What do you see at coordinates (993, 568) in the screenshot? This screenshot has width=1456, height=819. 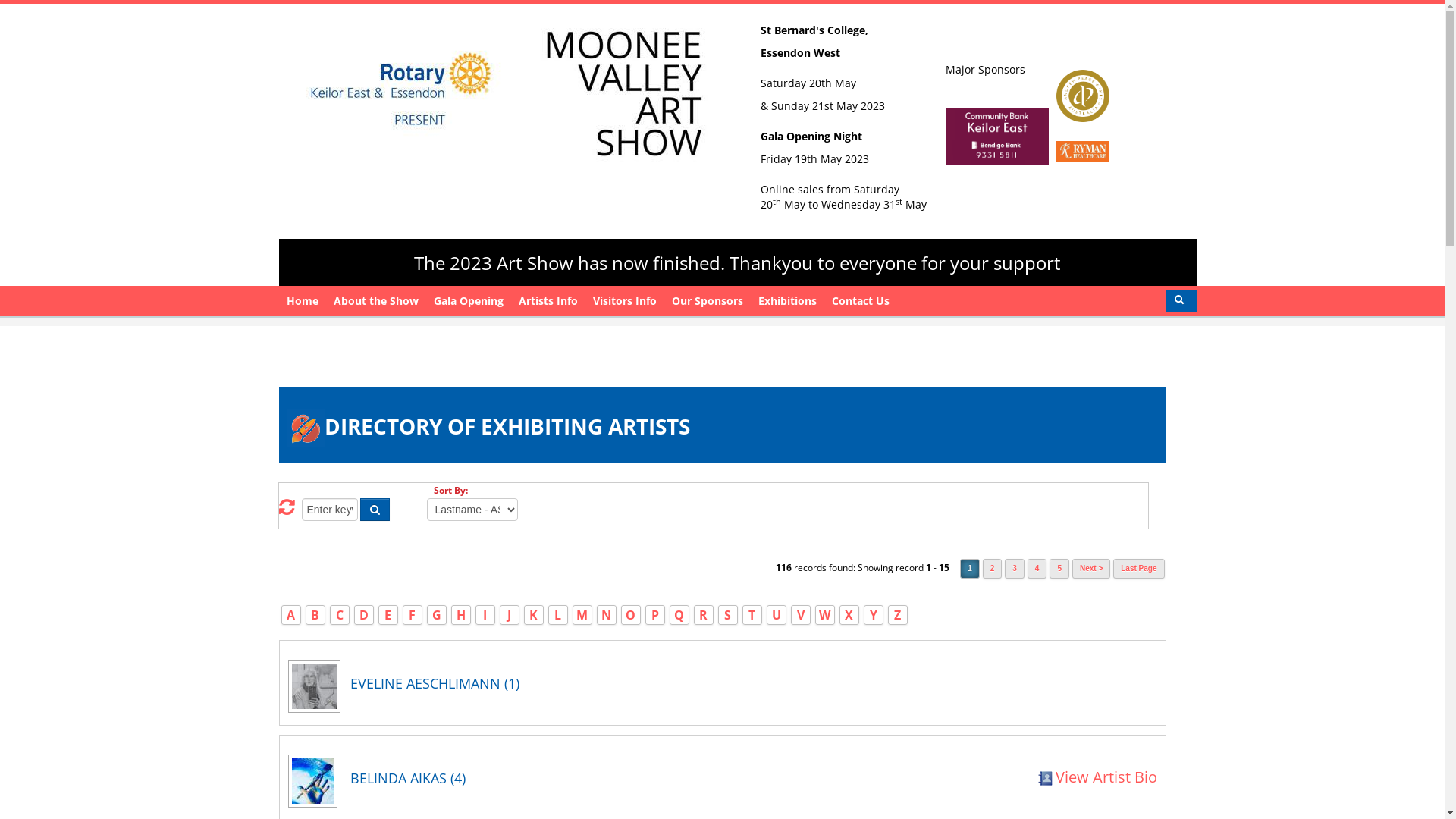 I see `'2'` at bounding box center [993, 568].